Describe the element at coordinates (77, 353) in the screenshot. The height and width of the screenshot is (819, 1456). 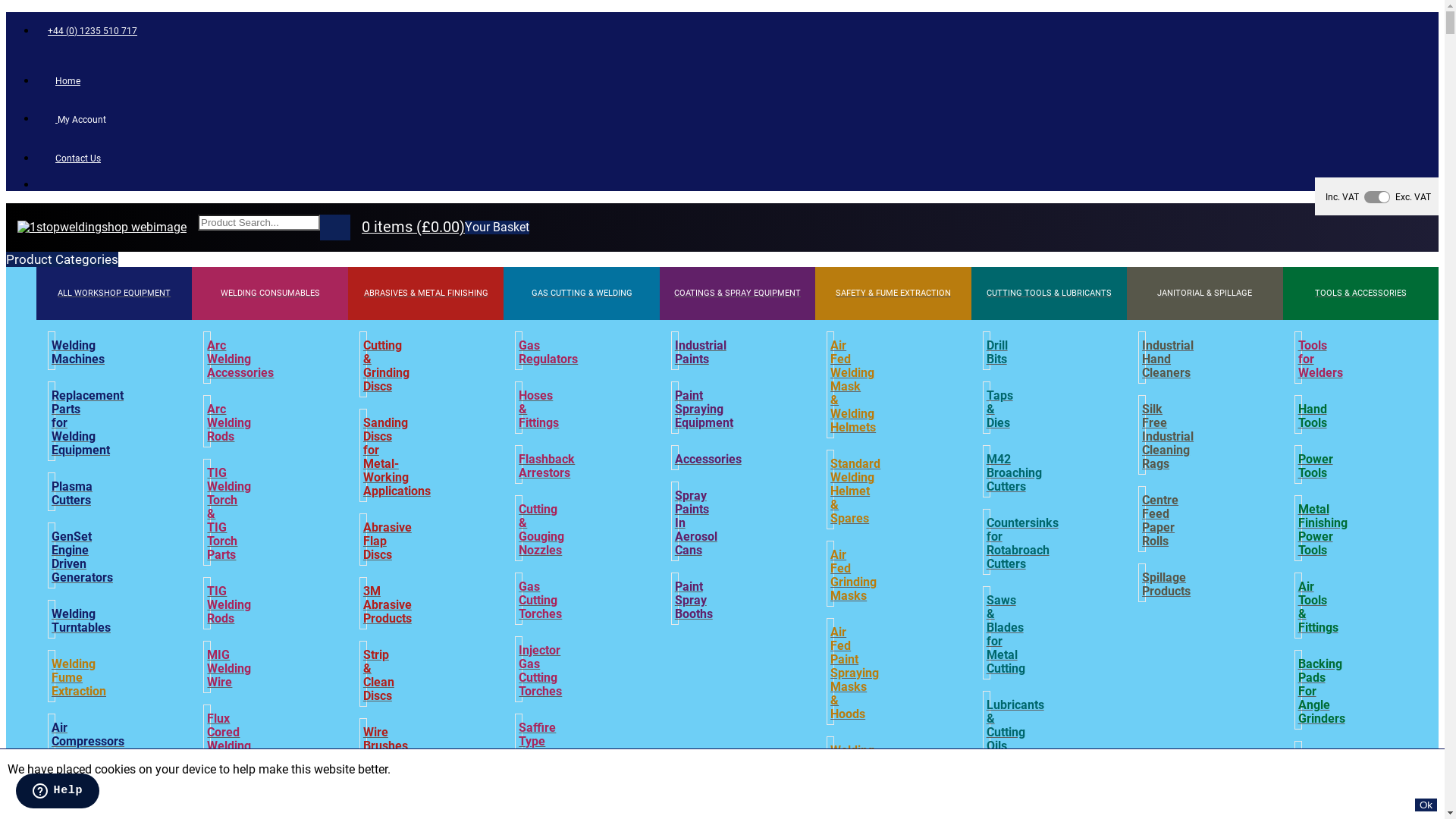
I see `'Welding Machines'` at that location.